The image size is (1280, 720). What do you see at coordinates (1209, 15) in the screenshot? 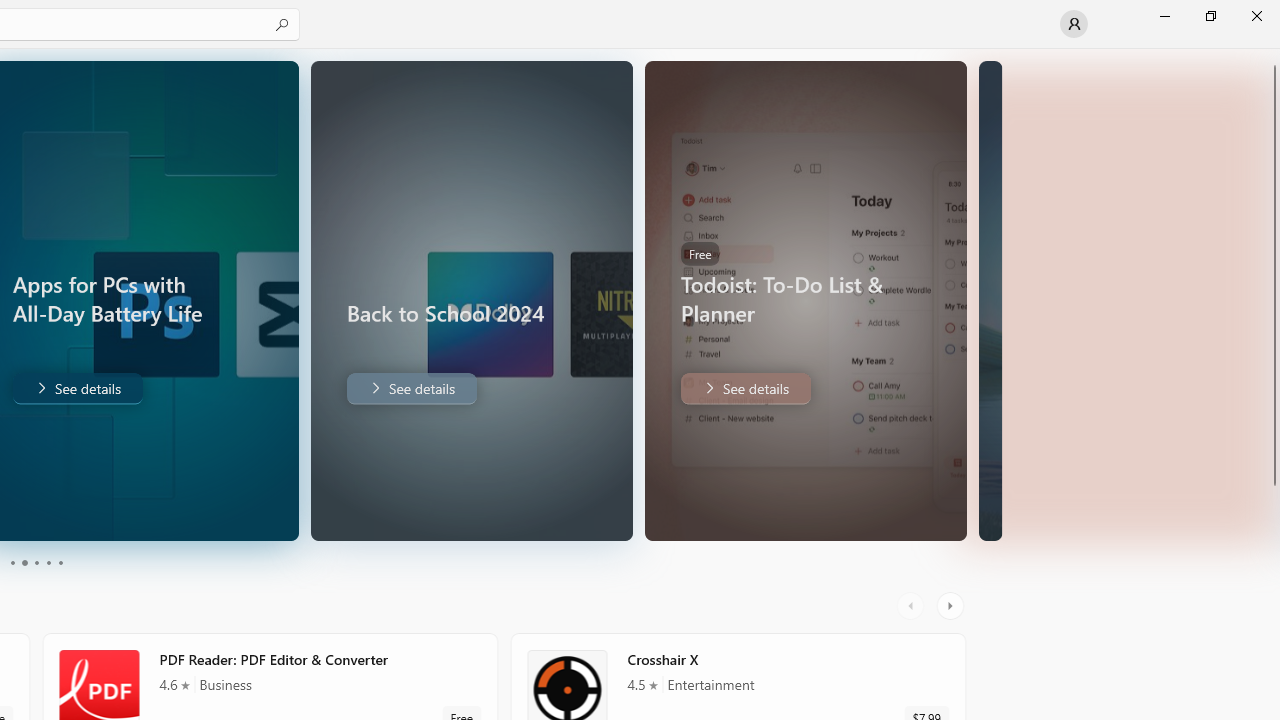
I see `'Restore Microsoft Store'` at bounding box center [1209, 15].